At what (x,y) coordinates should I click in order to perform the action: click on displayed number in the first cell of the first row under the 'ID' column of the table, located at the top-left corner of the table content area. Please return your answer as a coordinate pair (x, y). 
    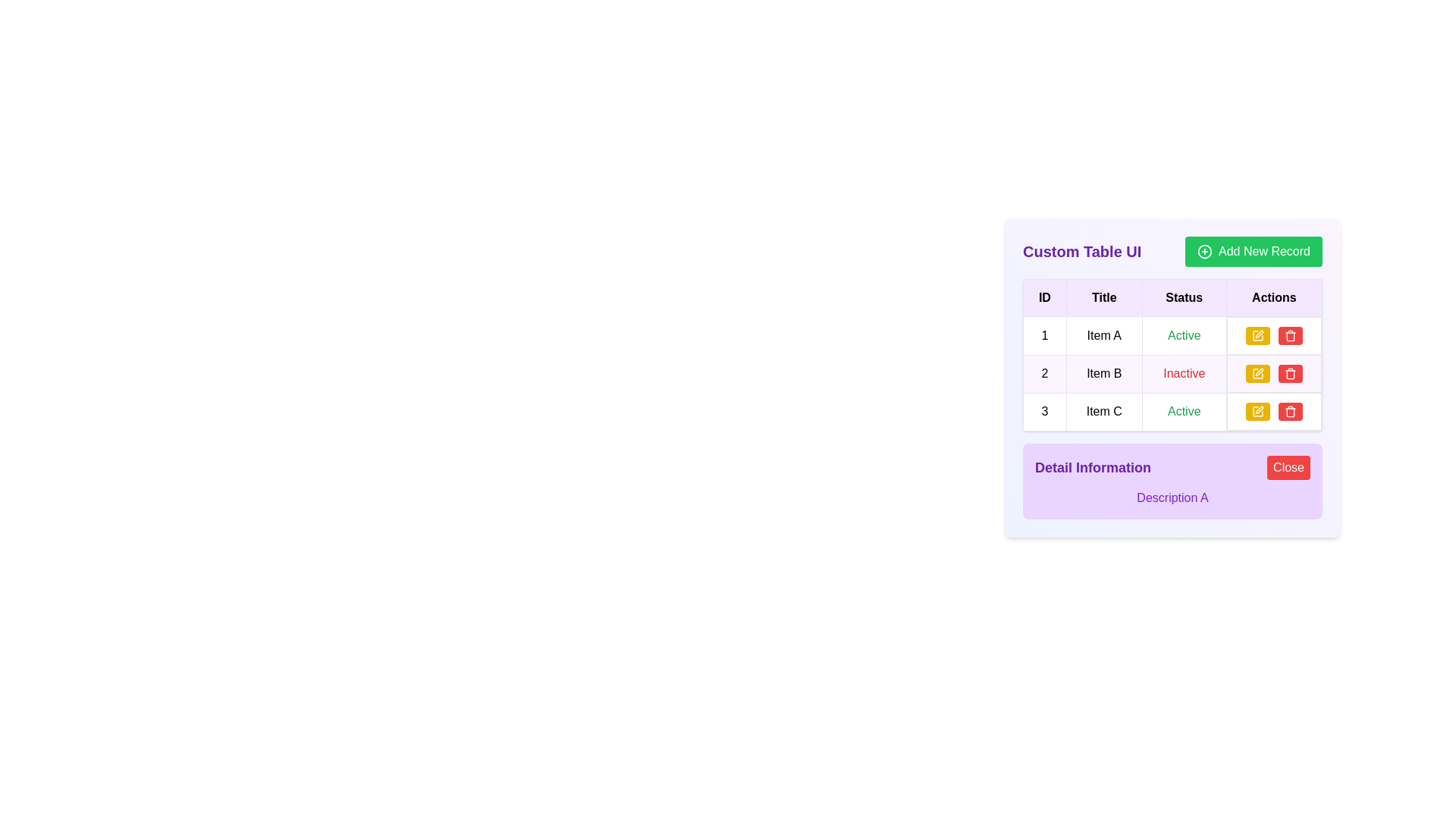
    Looking at the image, I should click on (1043, 334).